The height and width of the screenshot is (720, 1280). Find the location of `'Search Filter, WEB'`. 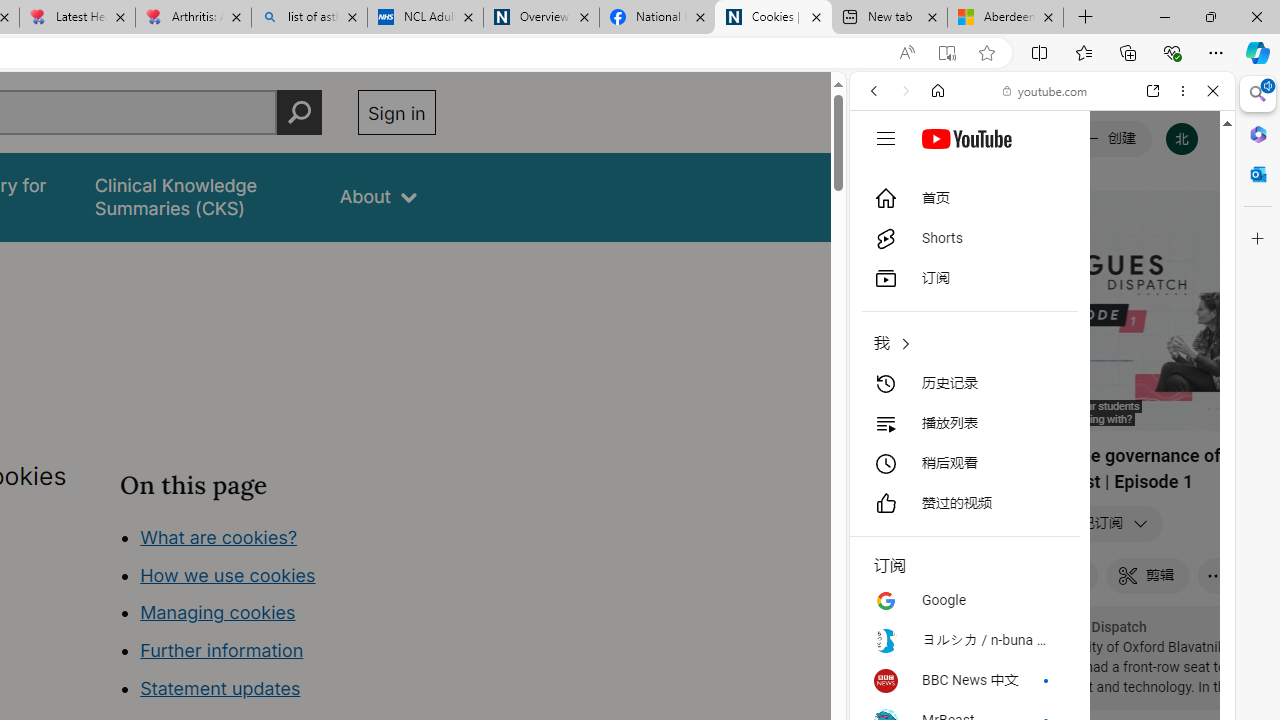

'Search Filter, WEB' is located at coordinates (881, 227).